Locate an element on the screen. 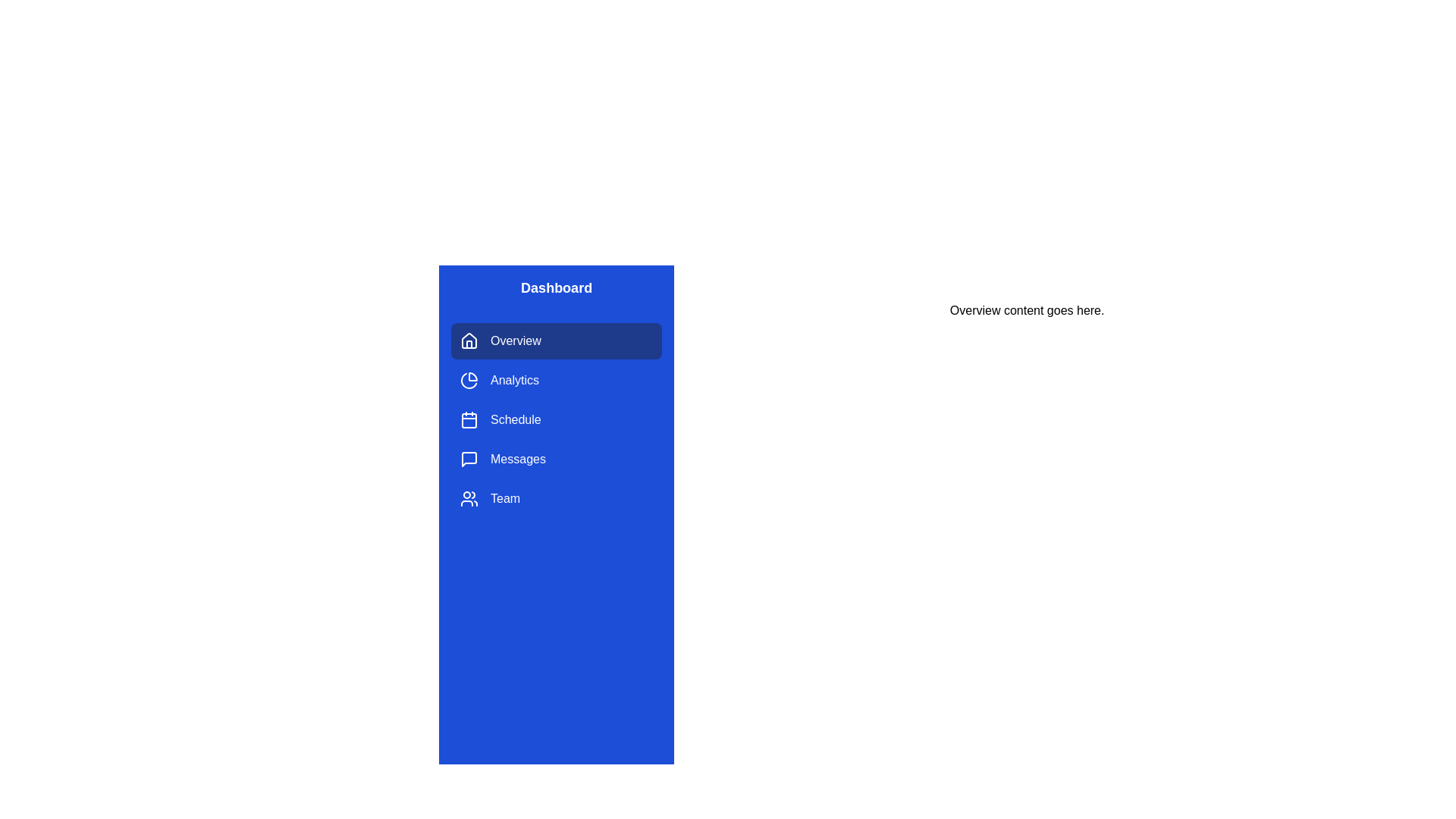  the 'Schedule' text label in the vertical navigation menu, which is styled with a white font on a blue background and is the third item in the list is located at coordinates (516, 420).